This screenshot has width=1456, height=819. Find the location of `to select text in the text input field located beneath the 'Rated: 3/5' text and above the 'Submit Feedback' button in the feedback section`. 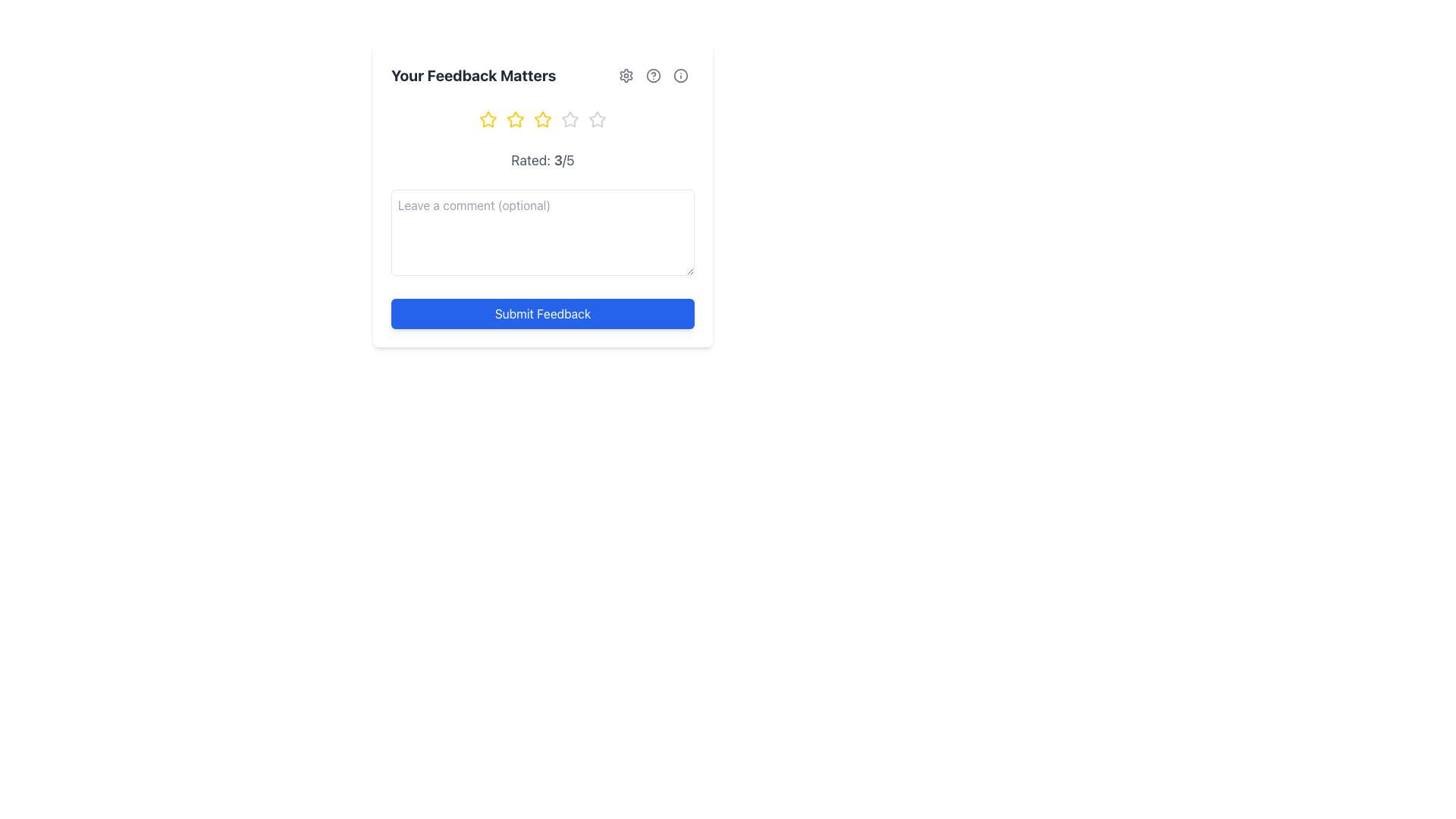

to select text in the text input field located beneath the 'Rated: 3/5' text and above the 'Submit Feedback' button in the feedback section is located at coordinates (542, 195).